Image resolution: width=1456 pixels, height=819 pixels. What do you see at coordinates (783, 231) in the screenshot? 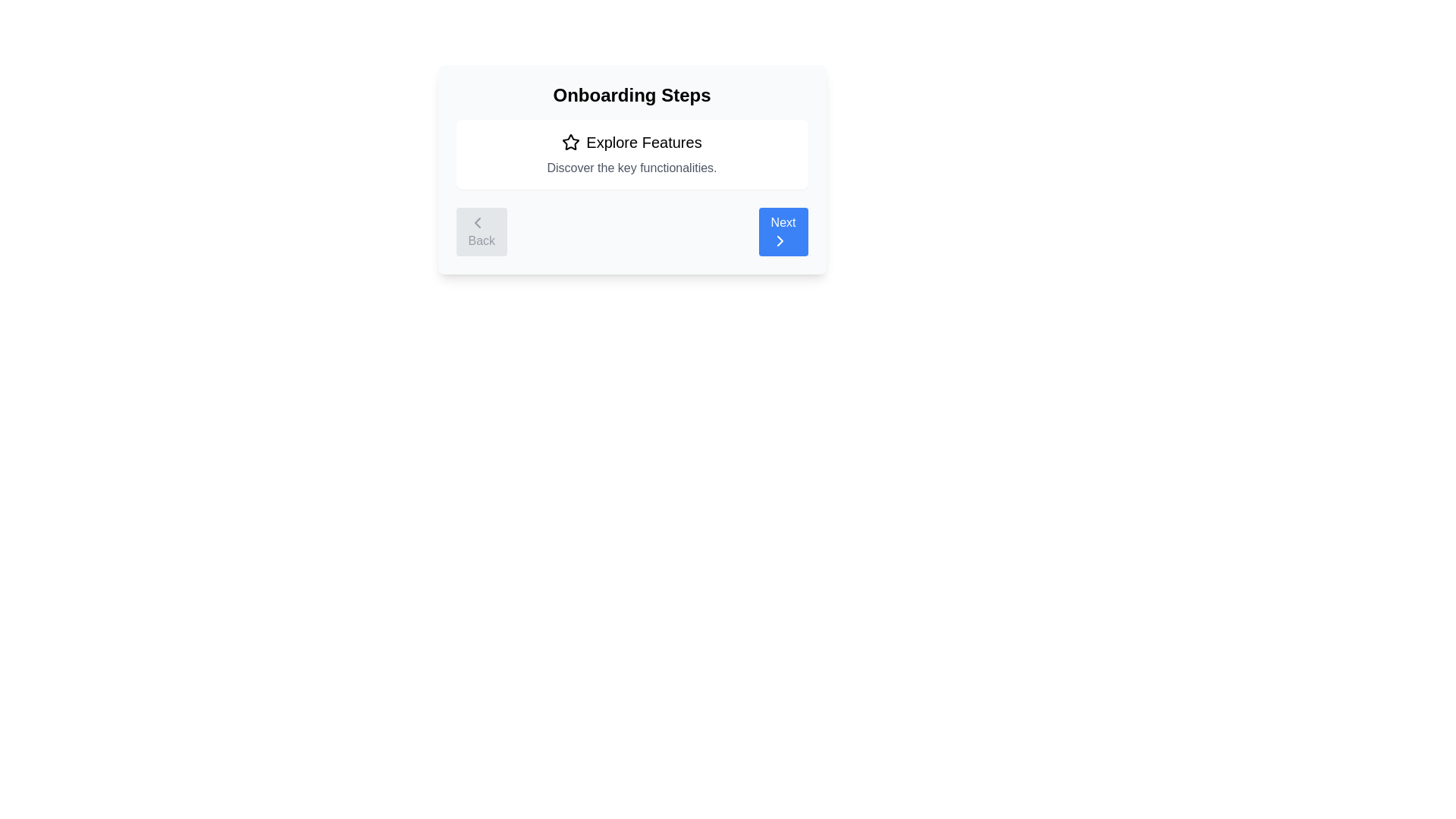
I see `the 'Next' button to navigate to the next step` at bounding box center [783, 231].